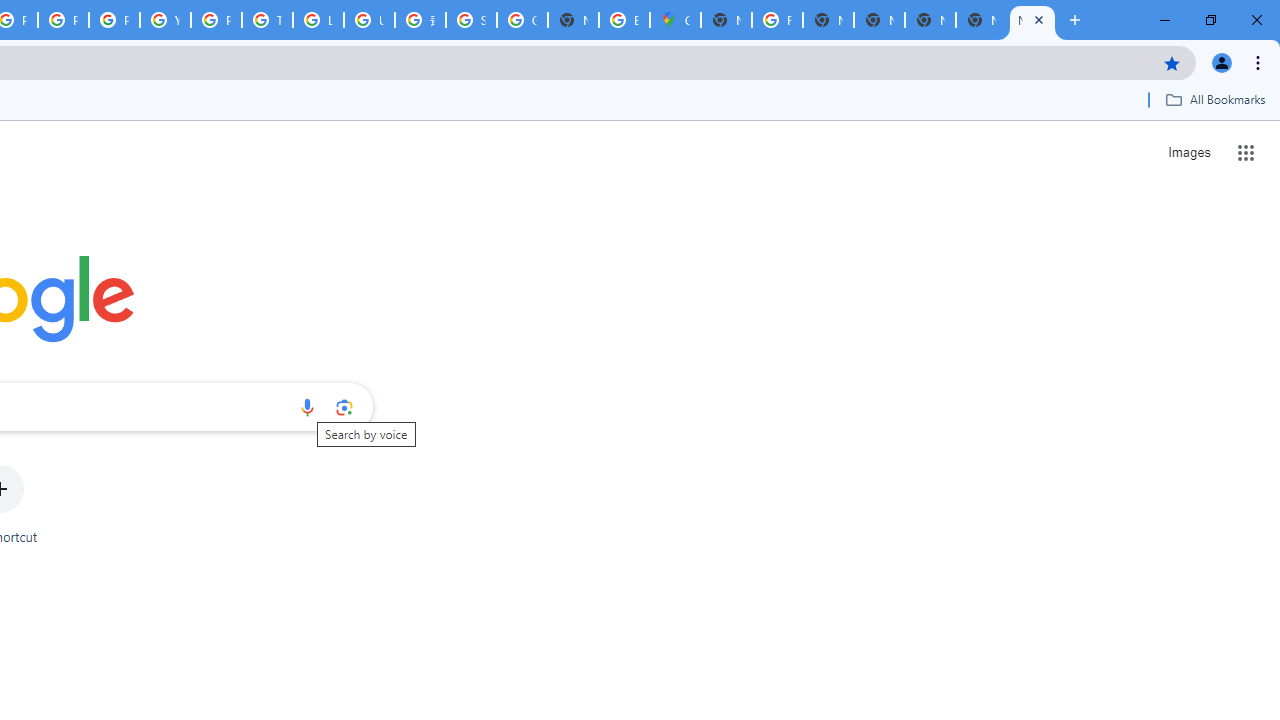 Image resolution: width=1280 pixels, height=720 pixels. Describe the element at coordinates (266, 20) in the screenshot. I see `'Tips & tricks for Chrome - Google Chrome Help'` at that location.